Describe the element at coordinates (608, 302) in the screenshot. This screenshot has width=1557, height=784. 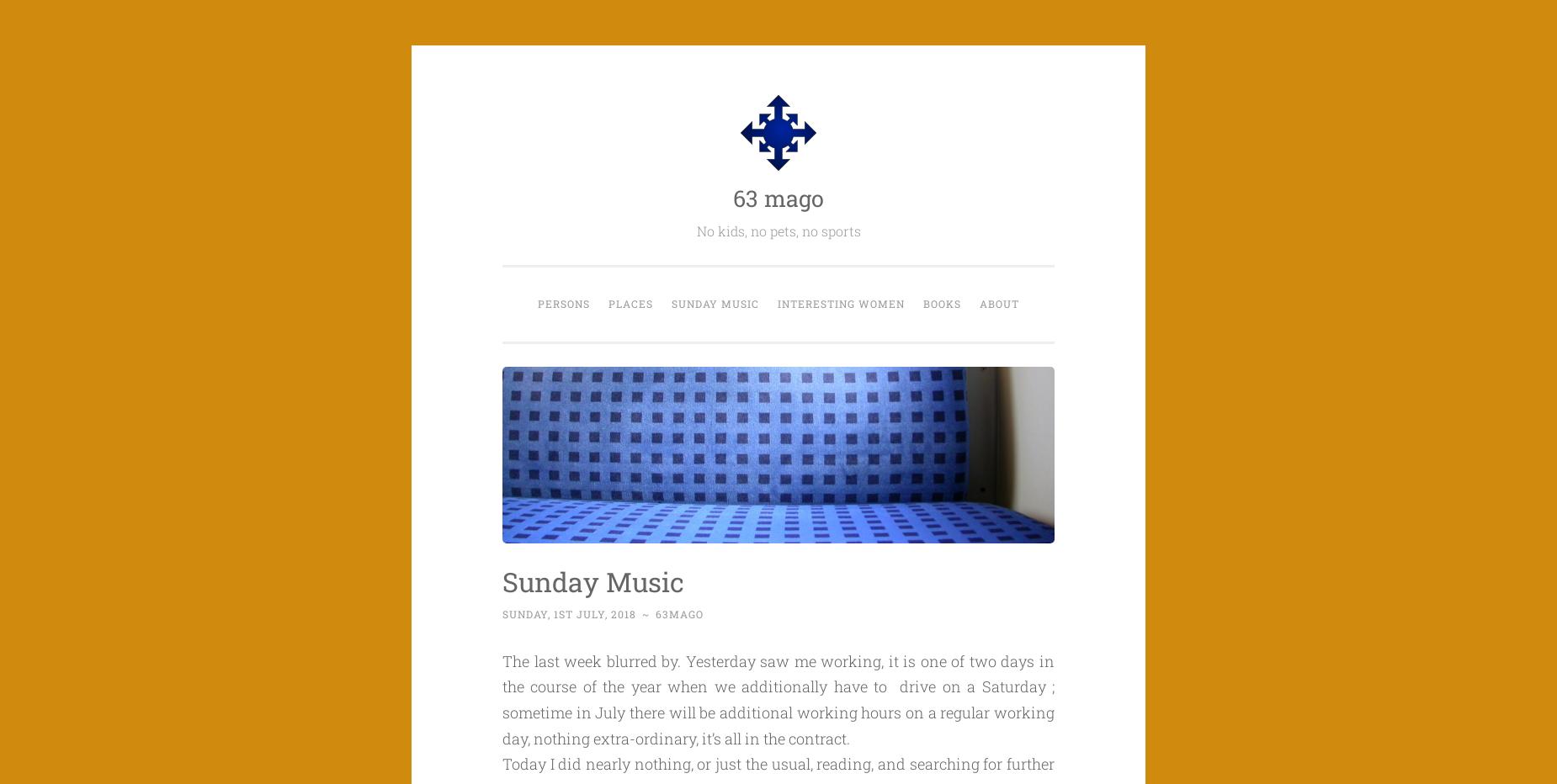
I see `'Places'` at that location.